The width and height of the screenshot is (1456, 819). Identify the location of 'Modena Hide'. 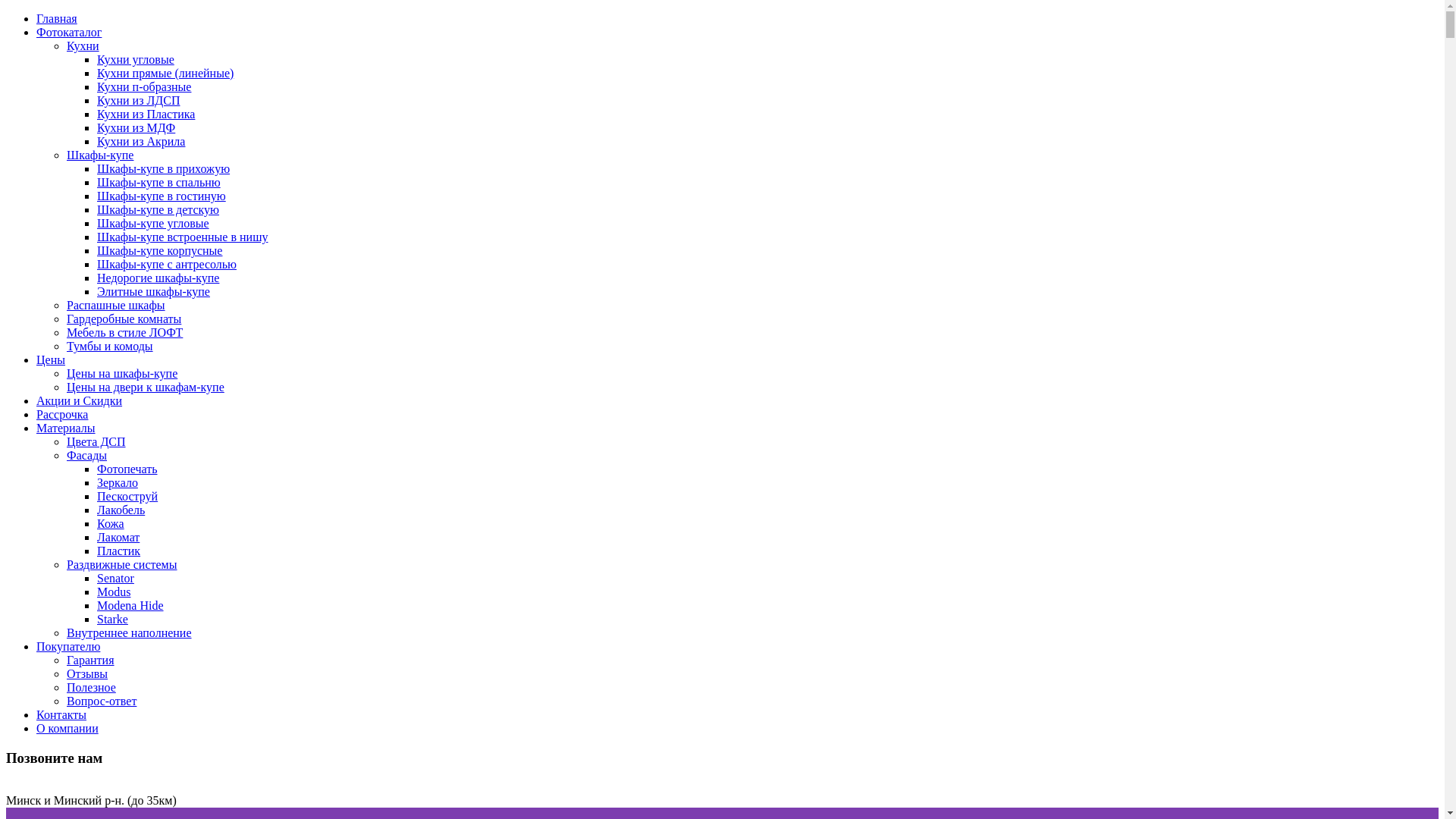
(130, 604).